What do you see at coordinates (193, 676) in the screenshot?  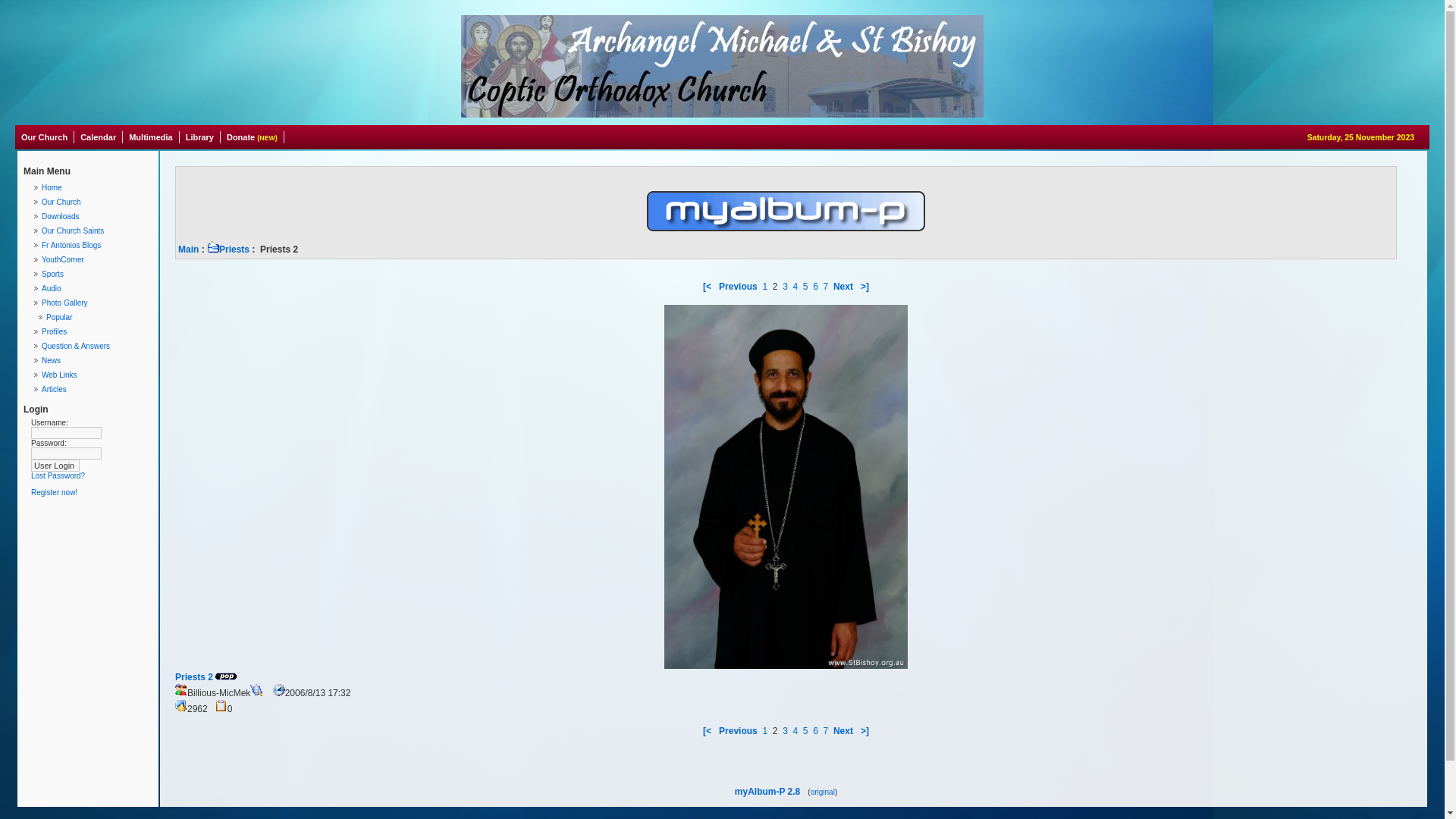 I see `'Priests 2'` at bounding box center [193, 676].